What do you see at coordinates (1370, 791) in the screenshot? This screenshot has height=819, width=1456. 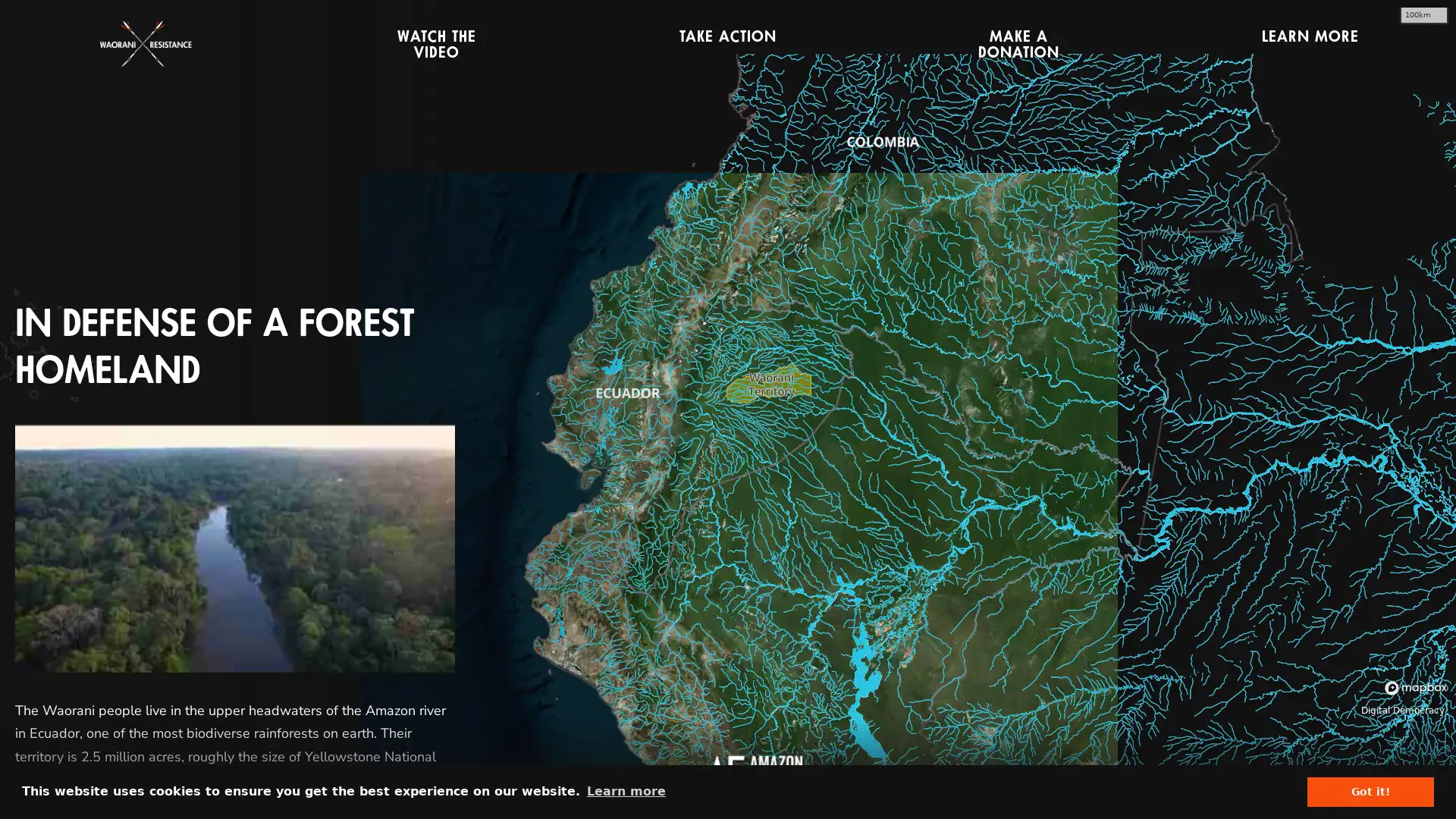 I see `dismiss cookie message` at bounding box center [1370, 791].